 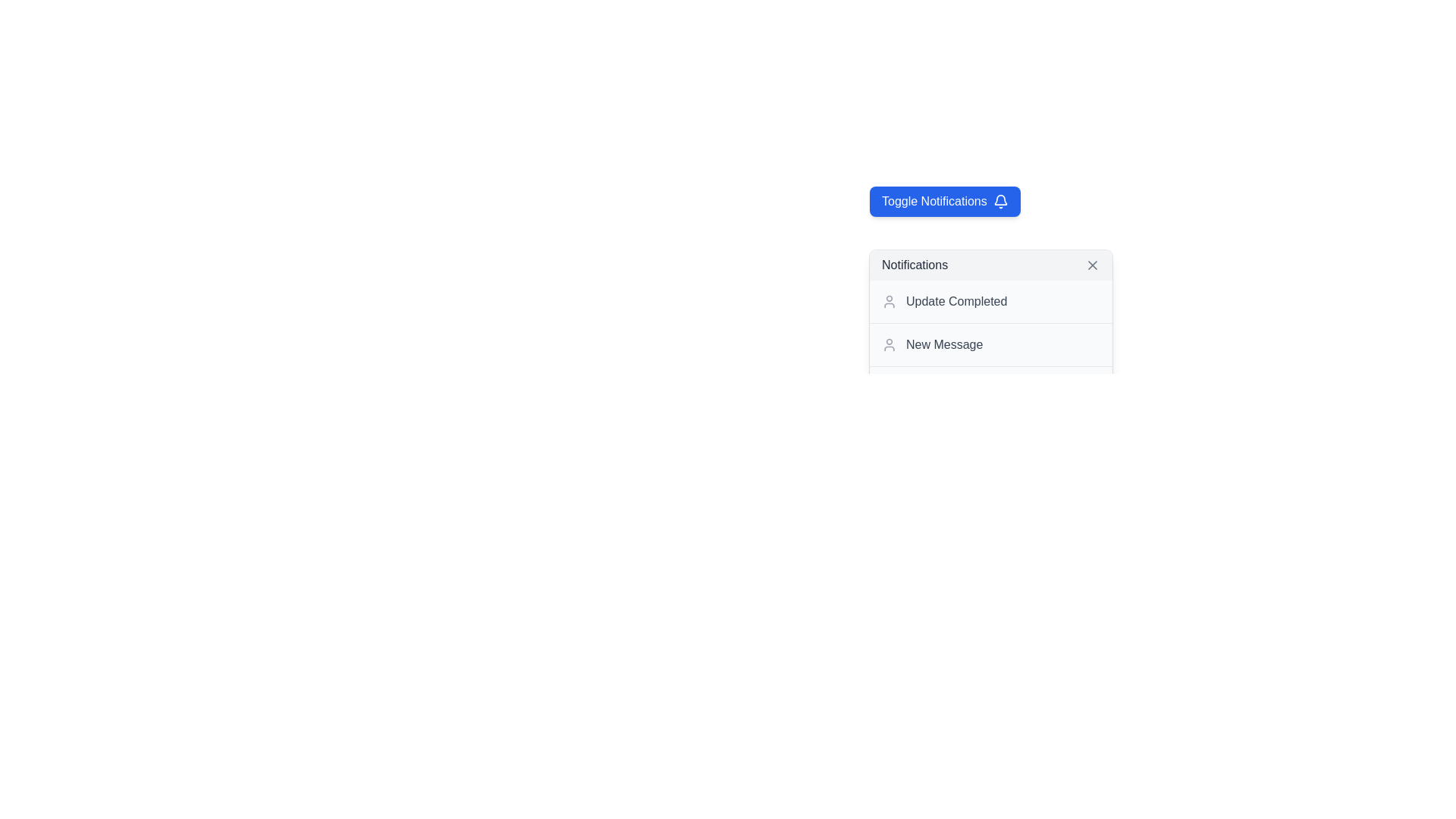 What do you see at coordinates (943, 345) in the screenshot?
I see `the notification title text that indicates an update or message received by the user, positioned next to a user icon within the notification dropdown` at bounding box center [943, 345].